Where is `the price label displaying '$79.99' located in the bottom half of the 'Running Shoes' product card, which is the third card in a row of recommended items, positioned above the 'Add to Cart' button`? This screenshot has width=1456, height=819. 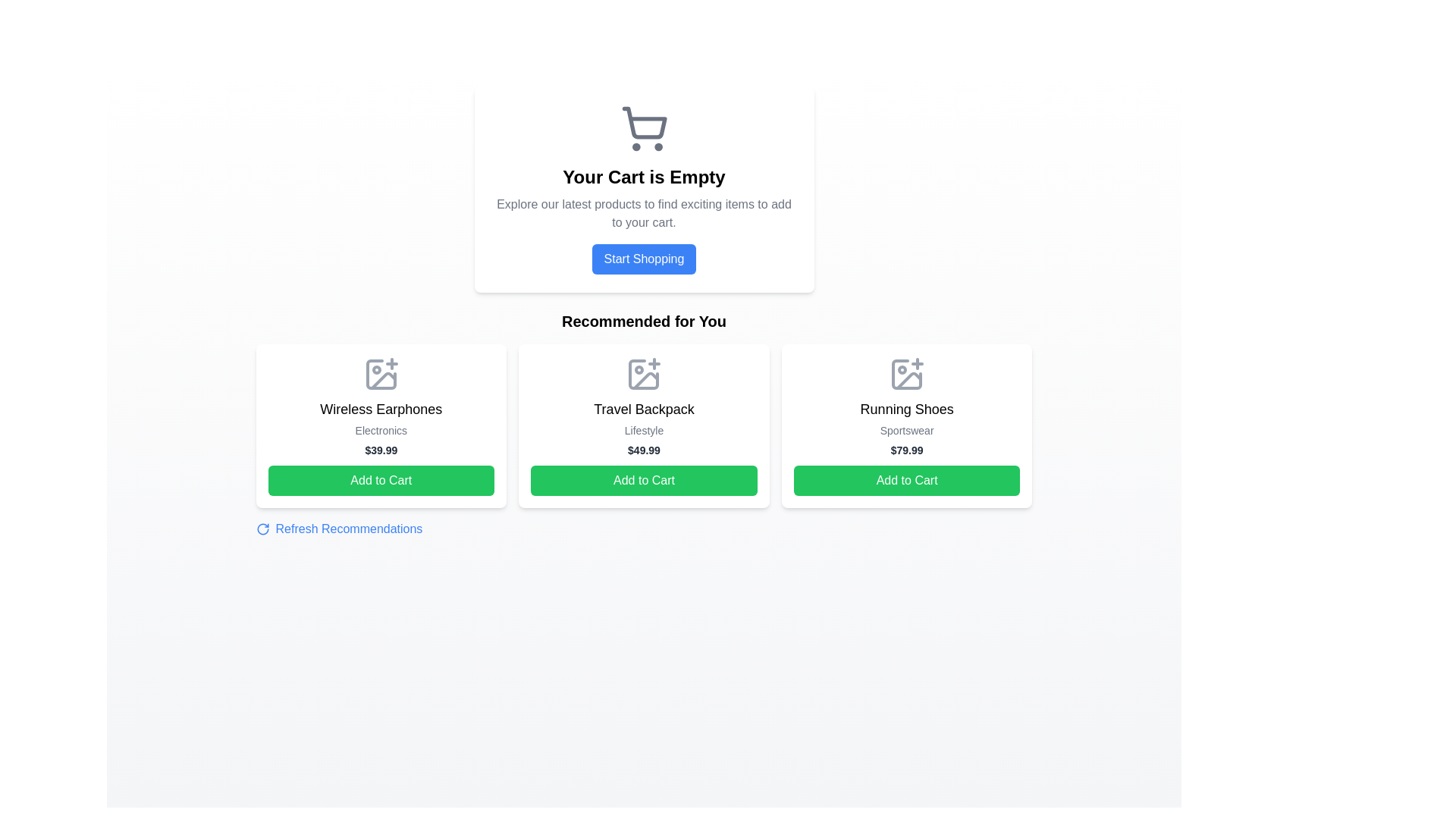
the price label displaying '$79.99' located in the bottom half of the 'Running Shoes' product card, which is the third card in a row of recommended items, positioned above the 'Add to Cart' button is located at coordinates (907, 450).